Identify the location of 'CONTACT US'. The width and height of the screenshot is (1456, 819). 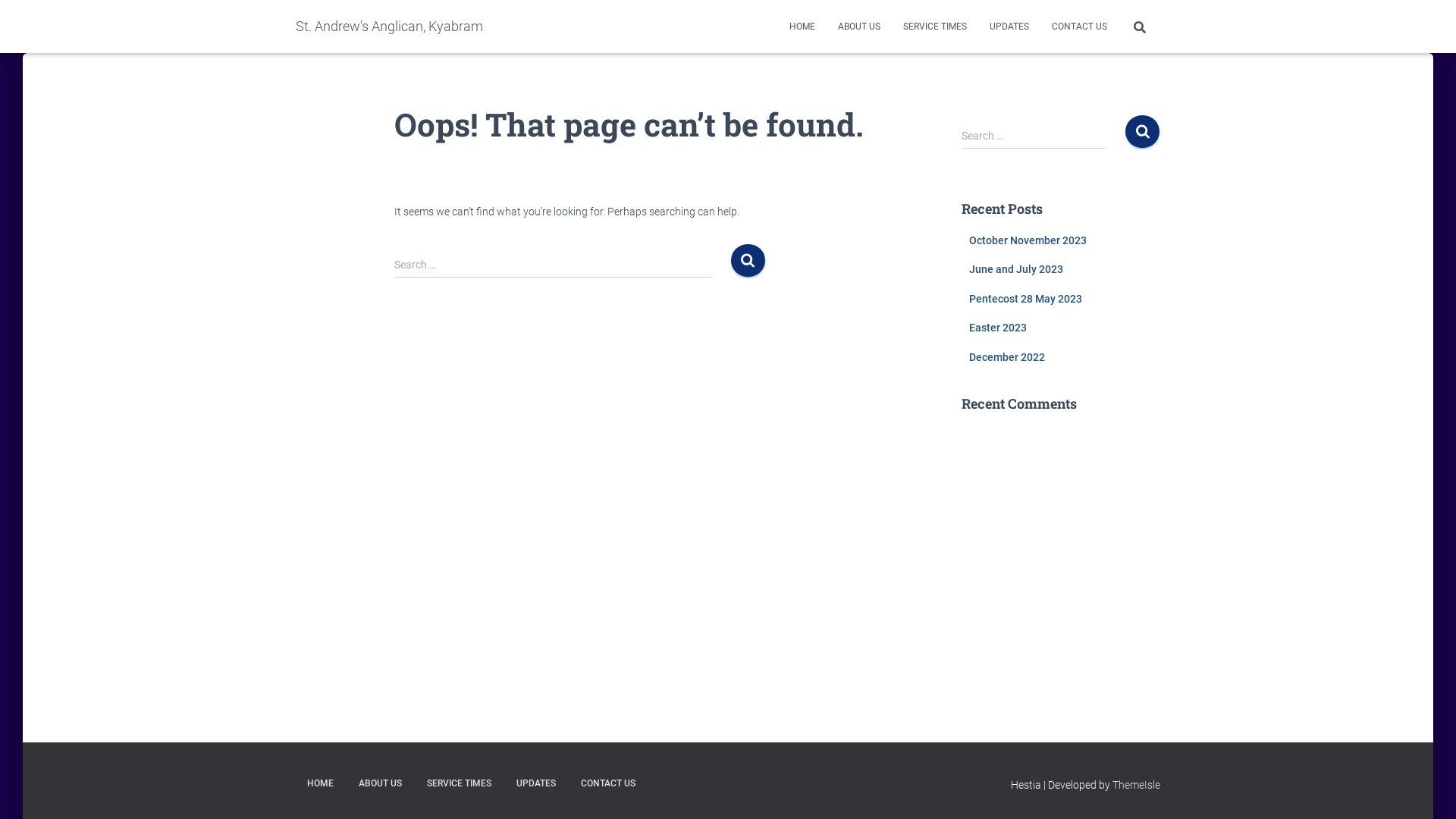
(607, 783).